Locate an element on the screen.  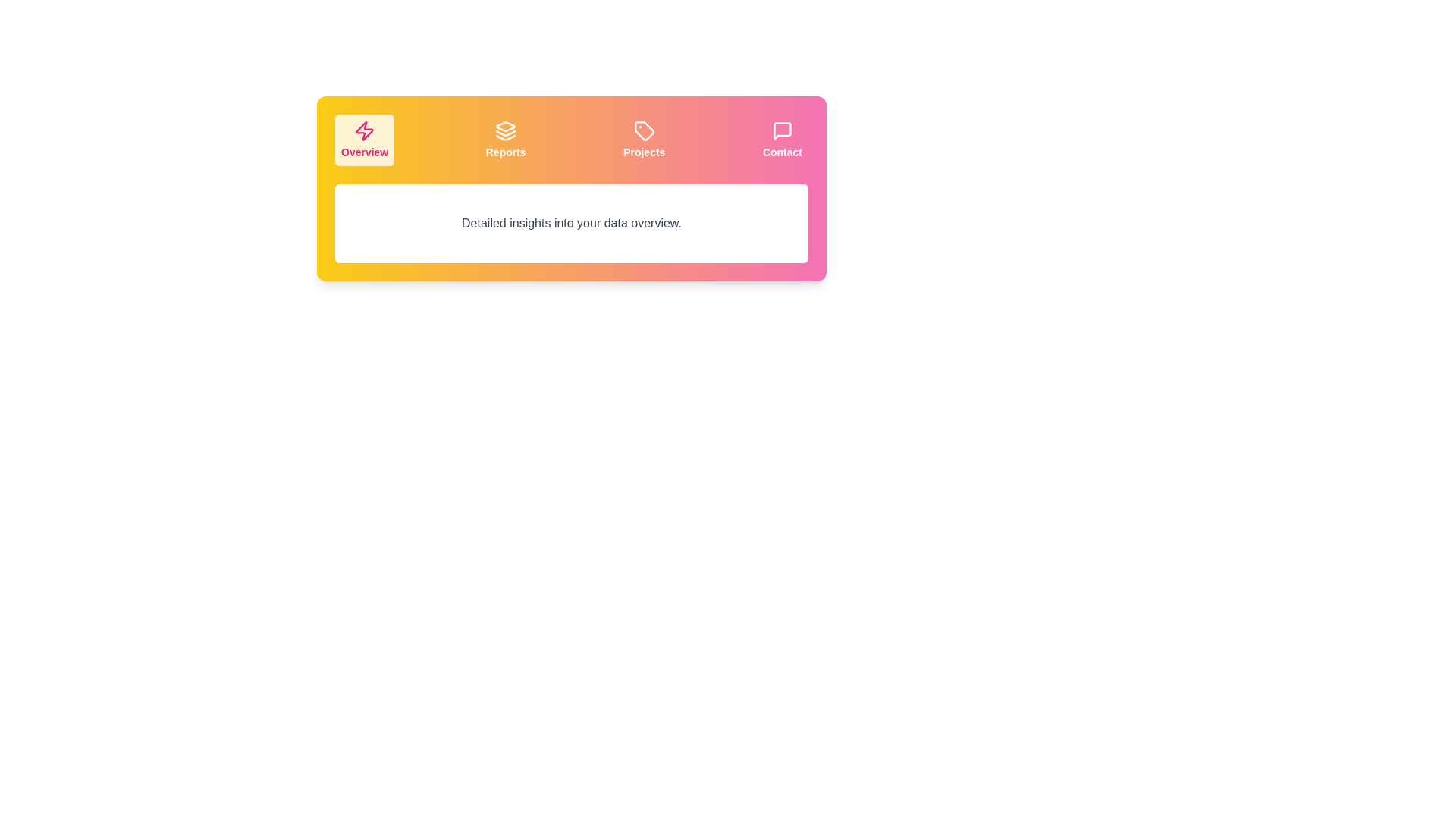
the vibrant orange icon symbolizing layers, located second from the left in the navigation bar above the 'Reports' label is located at coordinates (506, 130).